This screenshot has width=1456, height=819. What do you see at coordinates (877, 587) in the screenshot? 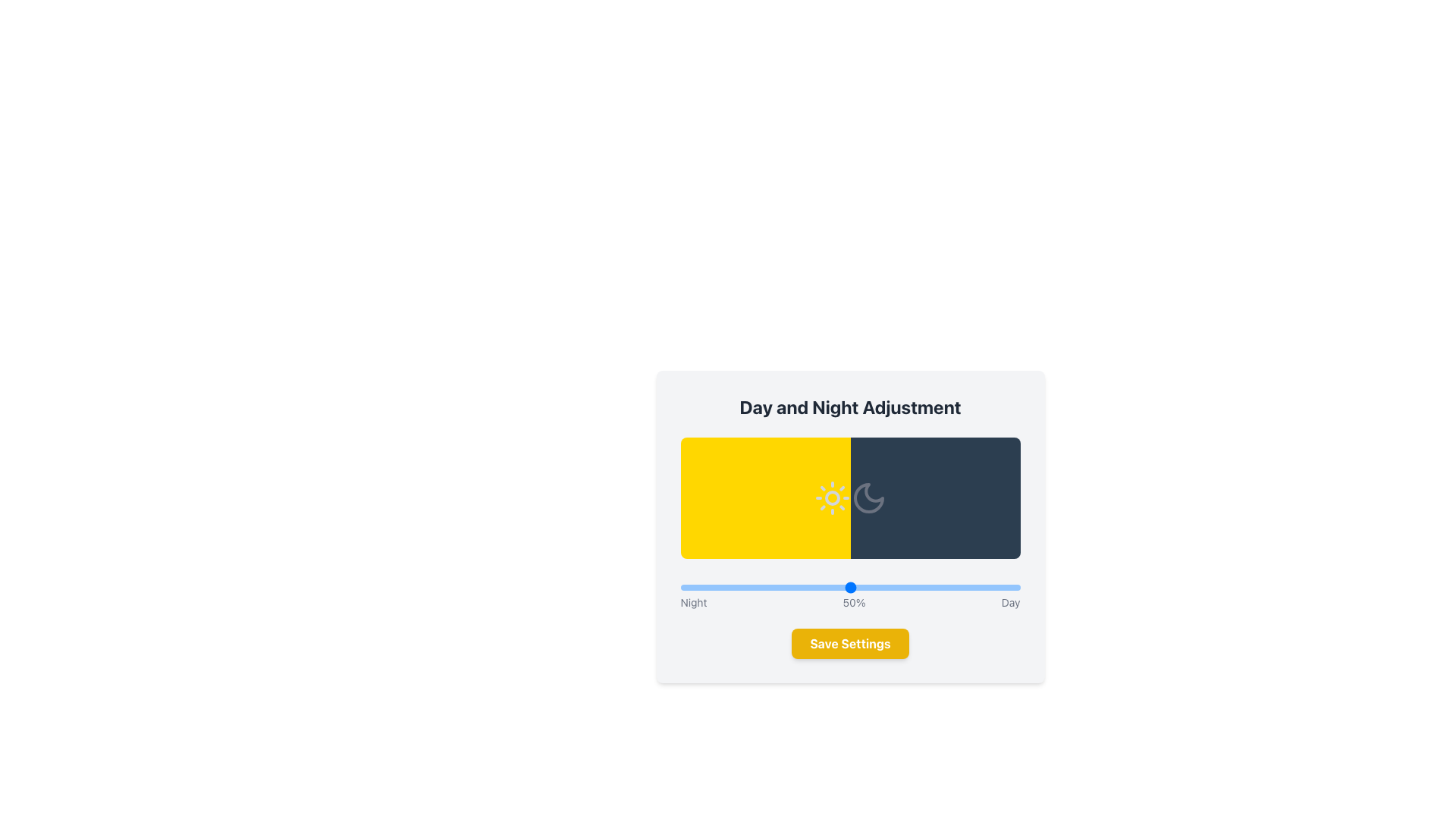
I see `the day-night adjustment` at bounding box center [877, 587].